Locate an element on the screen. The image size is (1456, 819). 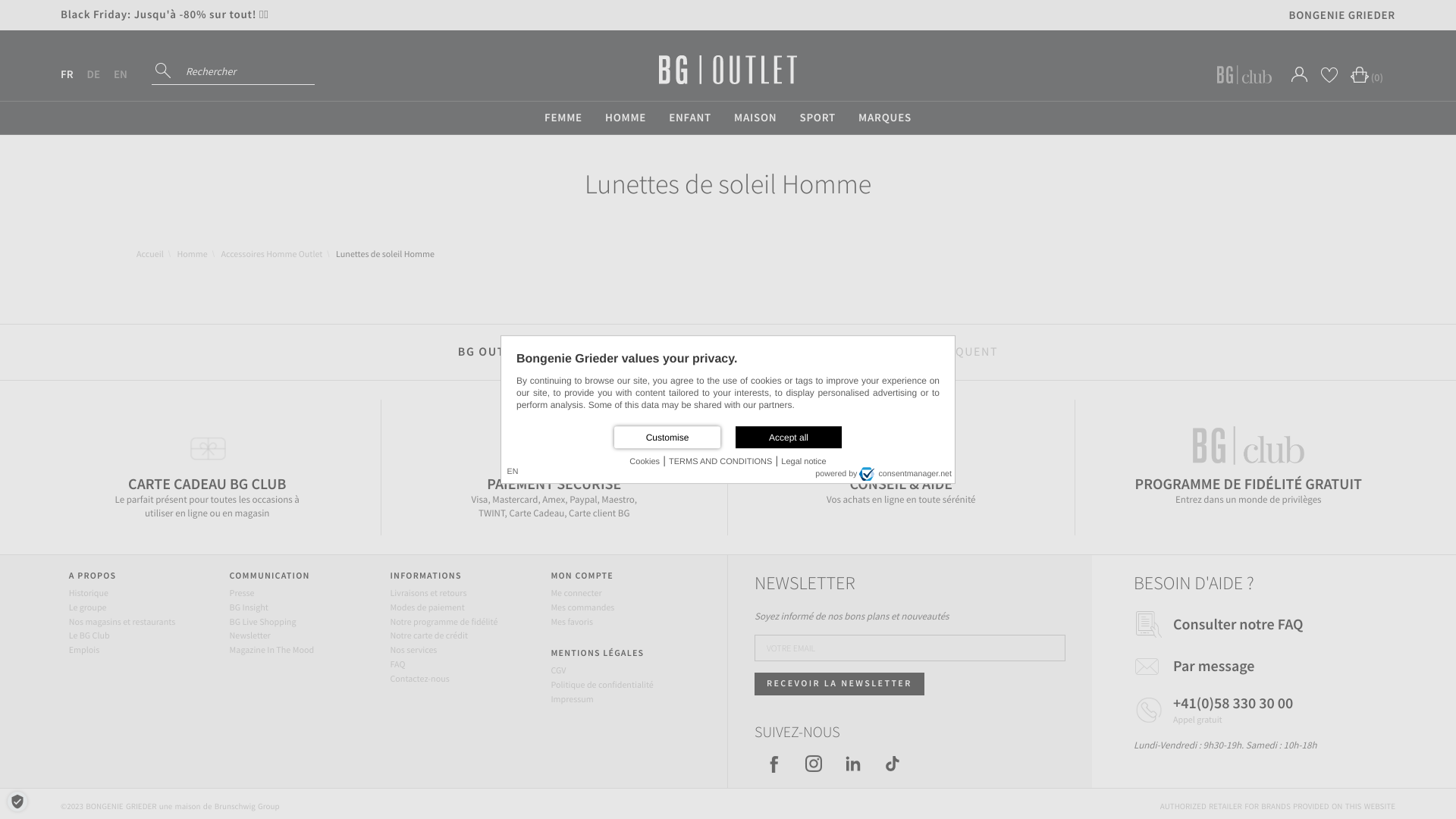
'icone-facebook' is located at coordinates (774, 763).